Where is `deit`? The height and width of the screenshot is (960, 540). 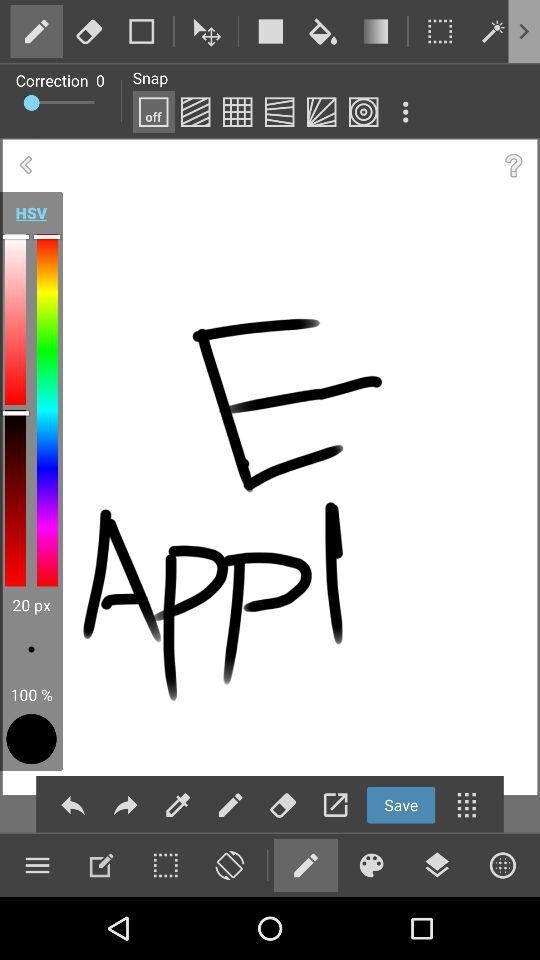
deit is located at coordinates (178, 805).